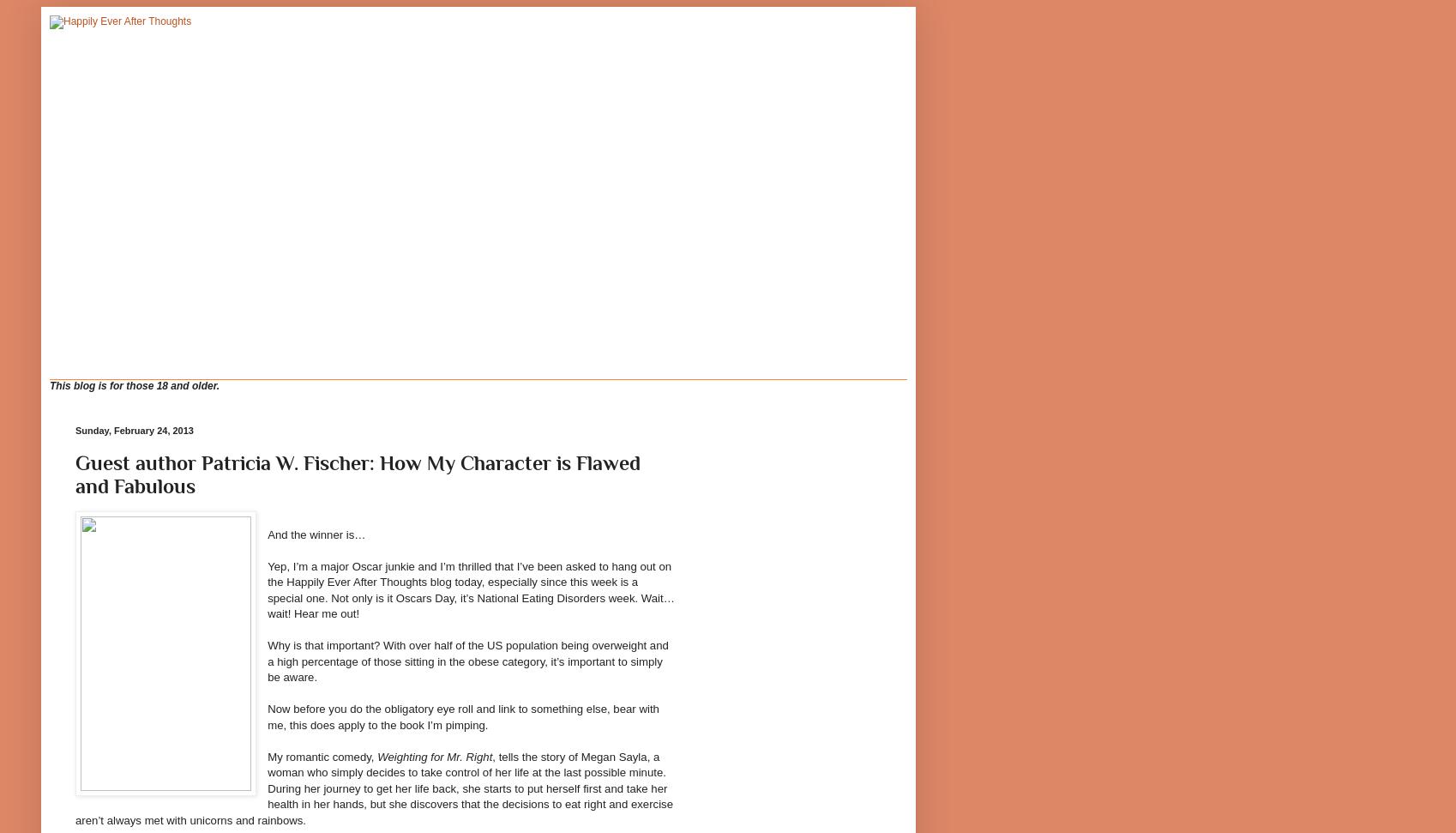 The image size is (1456, 833). I want to click on 'Now before you do the obligatory eye roll and link to
something else, bear with me, this does apply to the book I’m pimping.', so click(266, 715).